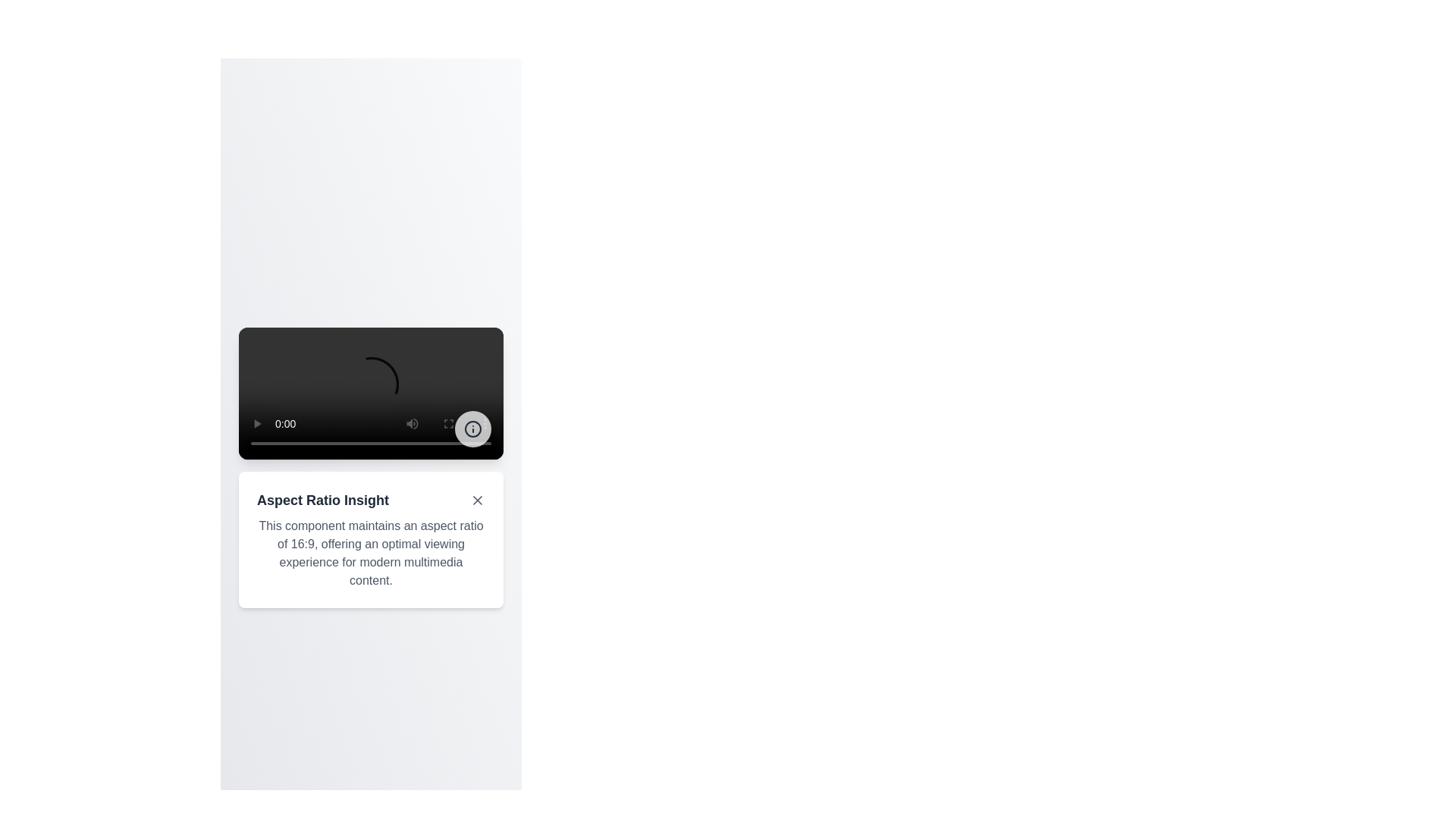 The image size is (1456, 819). I want to click on the descriptive text element providing information about aspect ratio advantages, located below the 'Aspect Ratio Insight' heading in a white card layout, so click(371, 554).